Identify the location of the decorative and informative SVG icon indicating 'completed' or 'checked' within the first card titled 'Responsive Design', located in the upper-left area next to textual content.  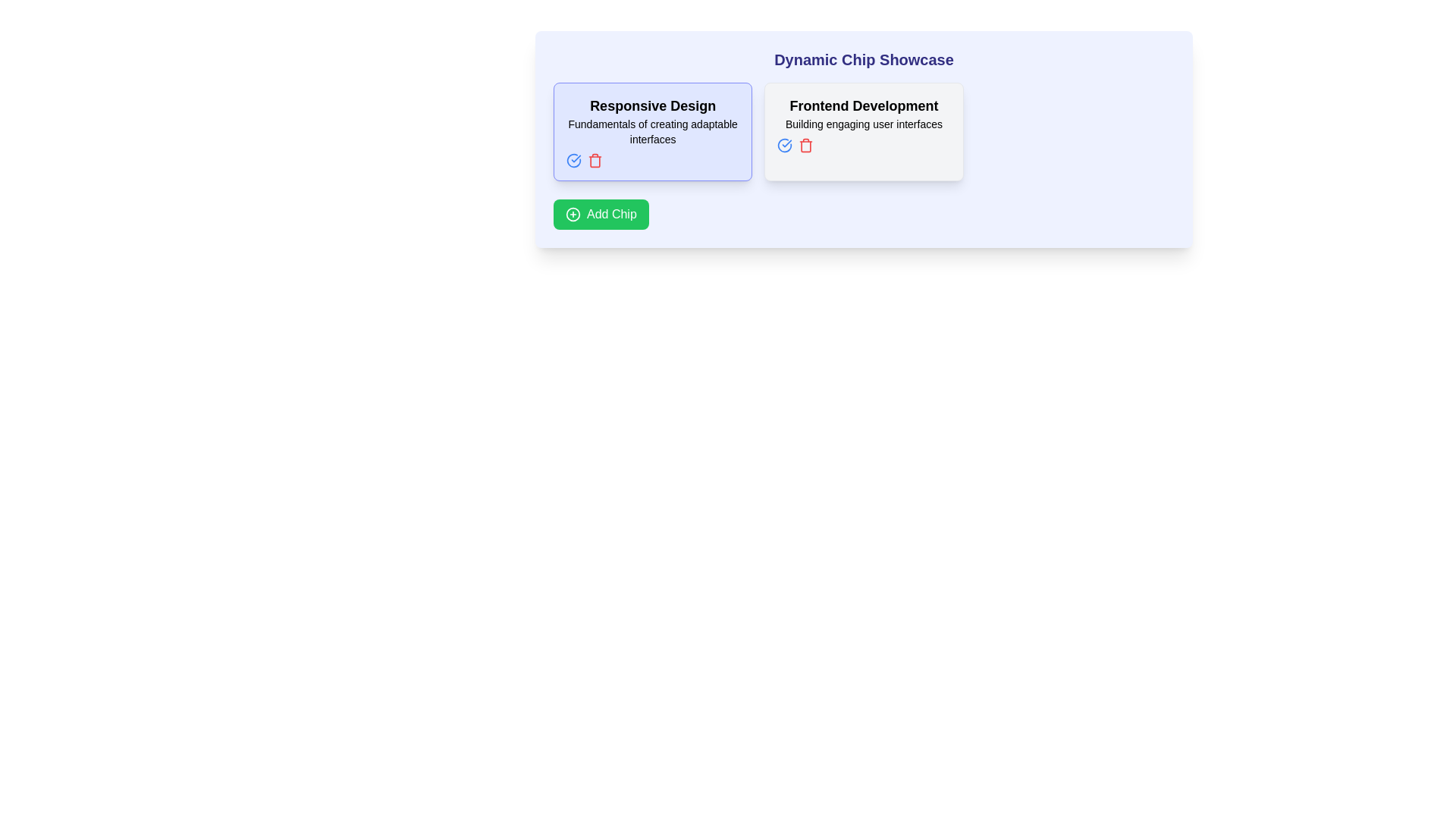
(573, 161).